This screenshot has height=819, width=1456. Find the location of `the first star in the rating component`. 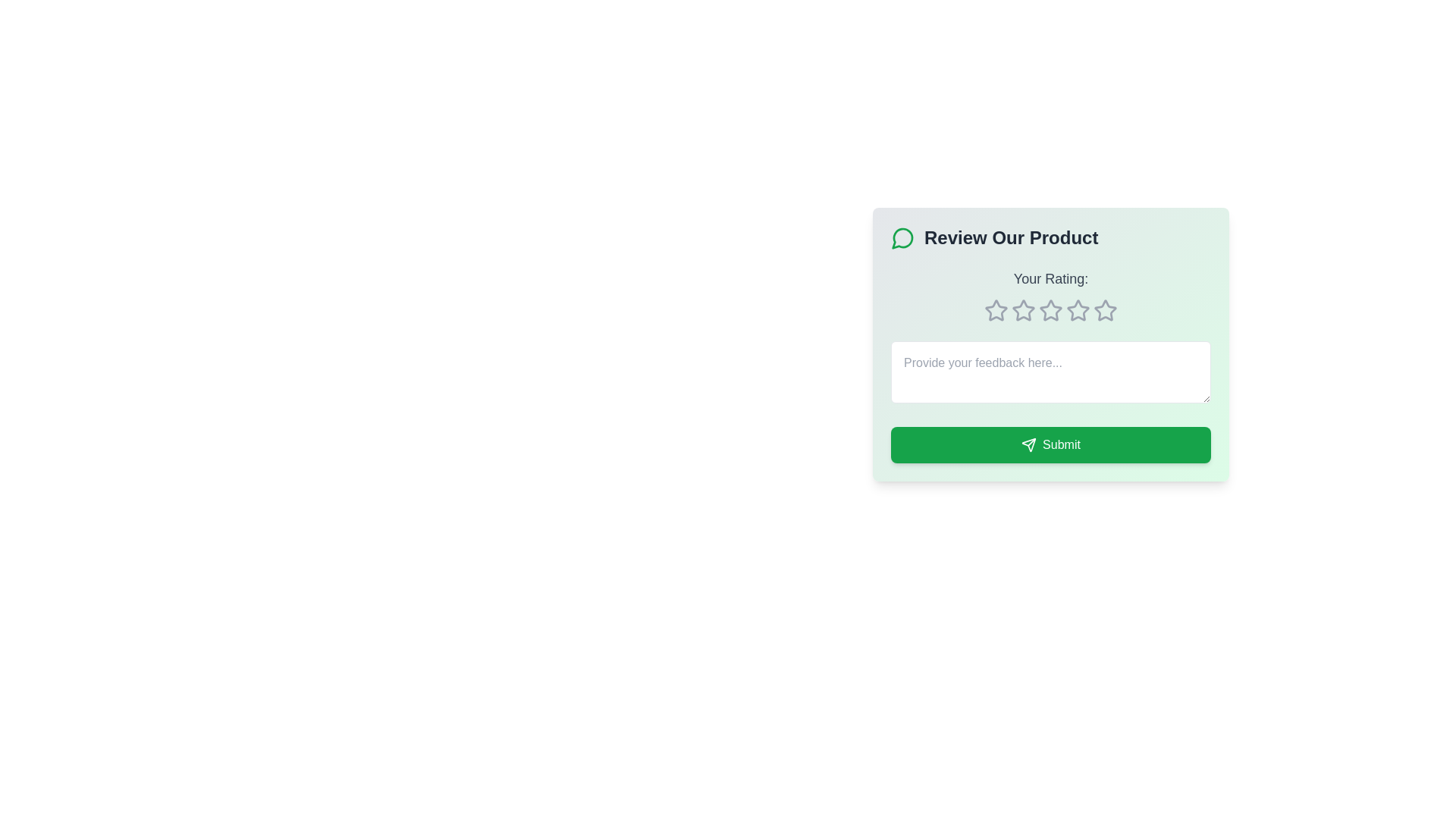

the first star in the rating component is located at coordinates (996, 309).